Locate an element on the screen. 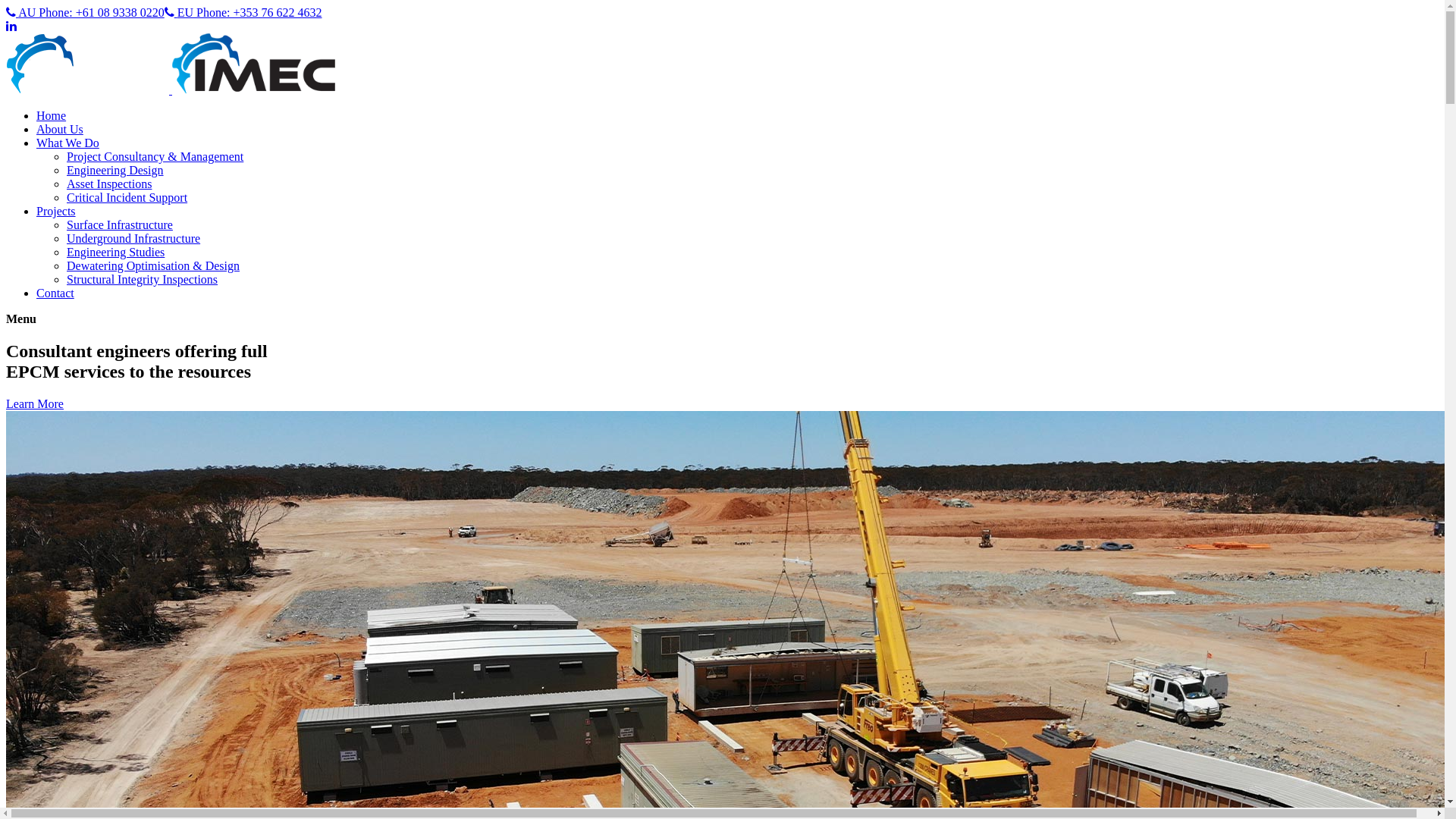 Image resolution: width=1456 pixels, height=819 pixels. 'About Us' is located at coordinates (59, 128).